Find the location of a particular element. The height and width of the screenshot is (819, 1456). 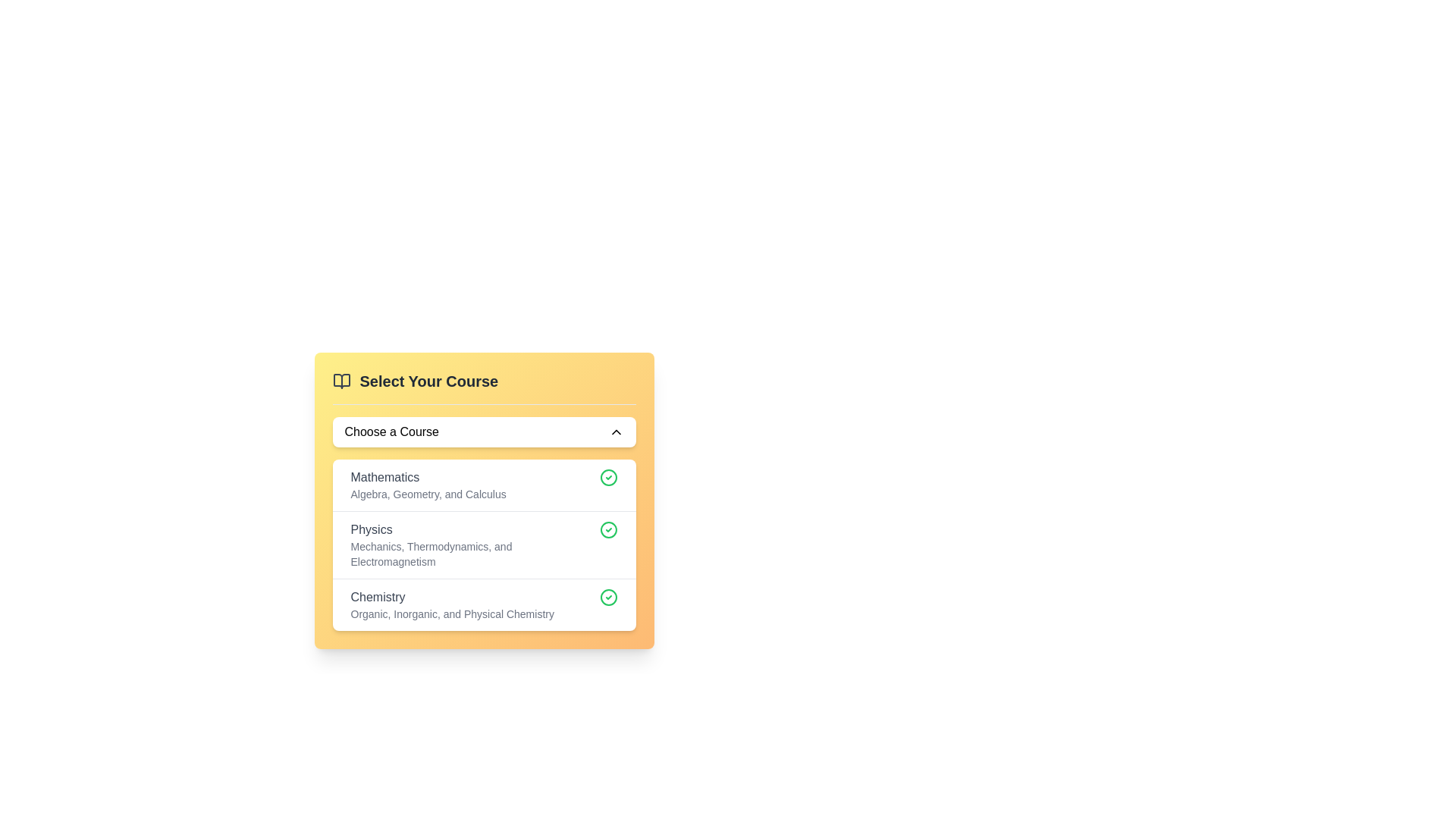

the 'Physics' course option in the dropdown menu titled 'Select Your Course', which is the second entry in the list of courses is located at coordinates (474, 544).